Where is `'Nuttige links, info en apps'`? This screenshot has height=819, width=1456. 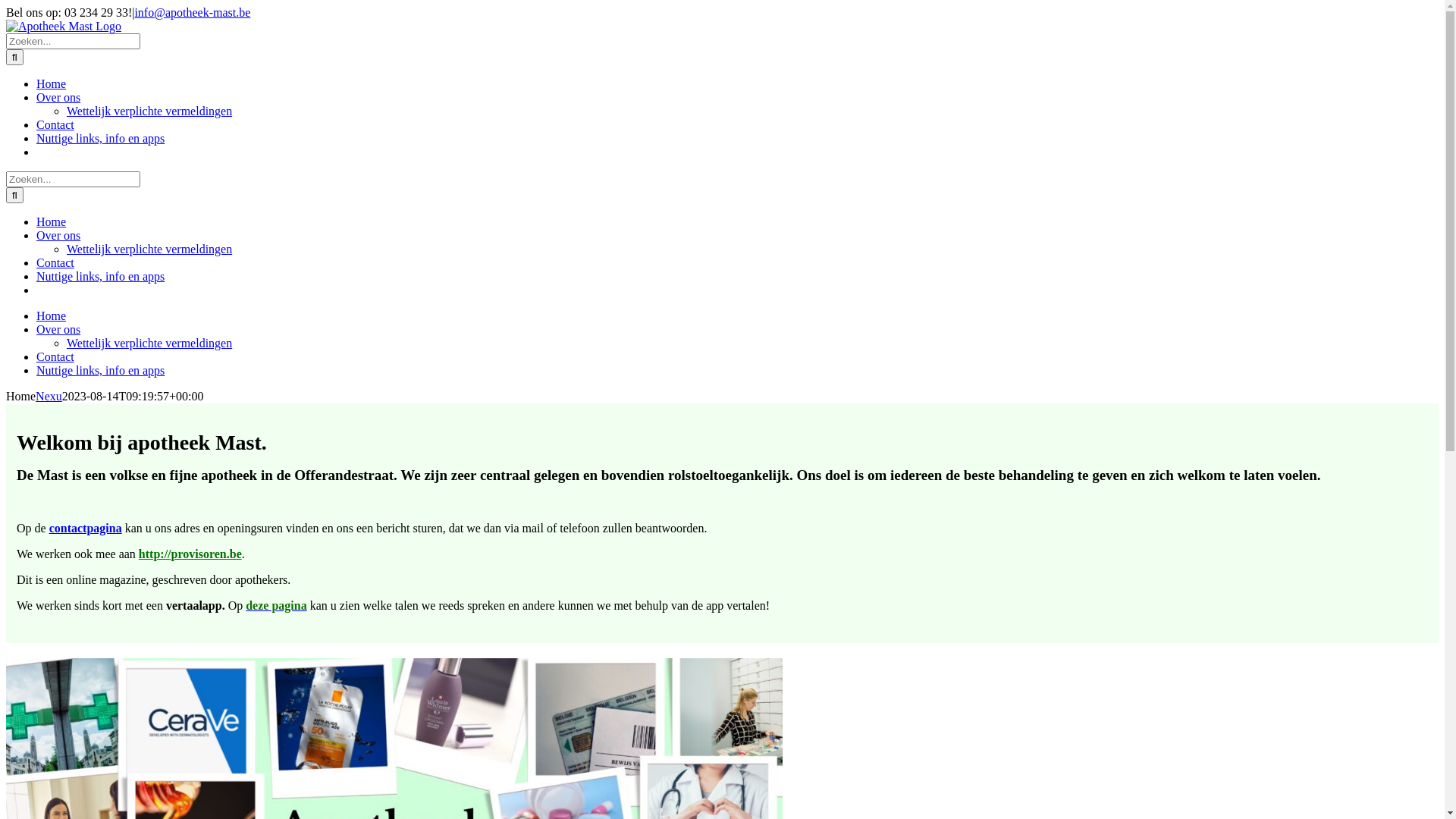
'Nuttige links, info en apps' is located at coordinates (99, 276).